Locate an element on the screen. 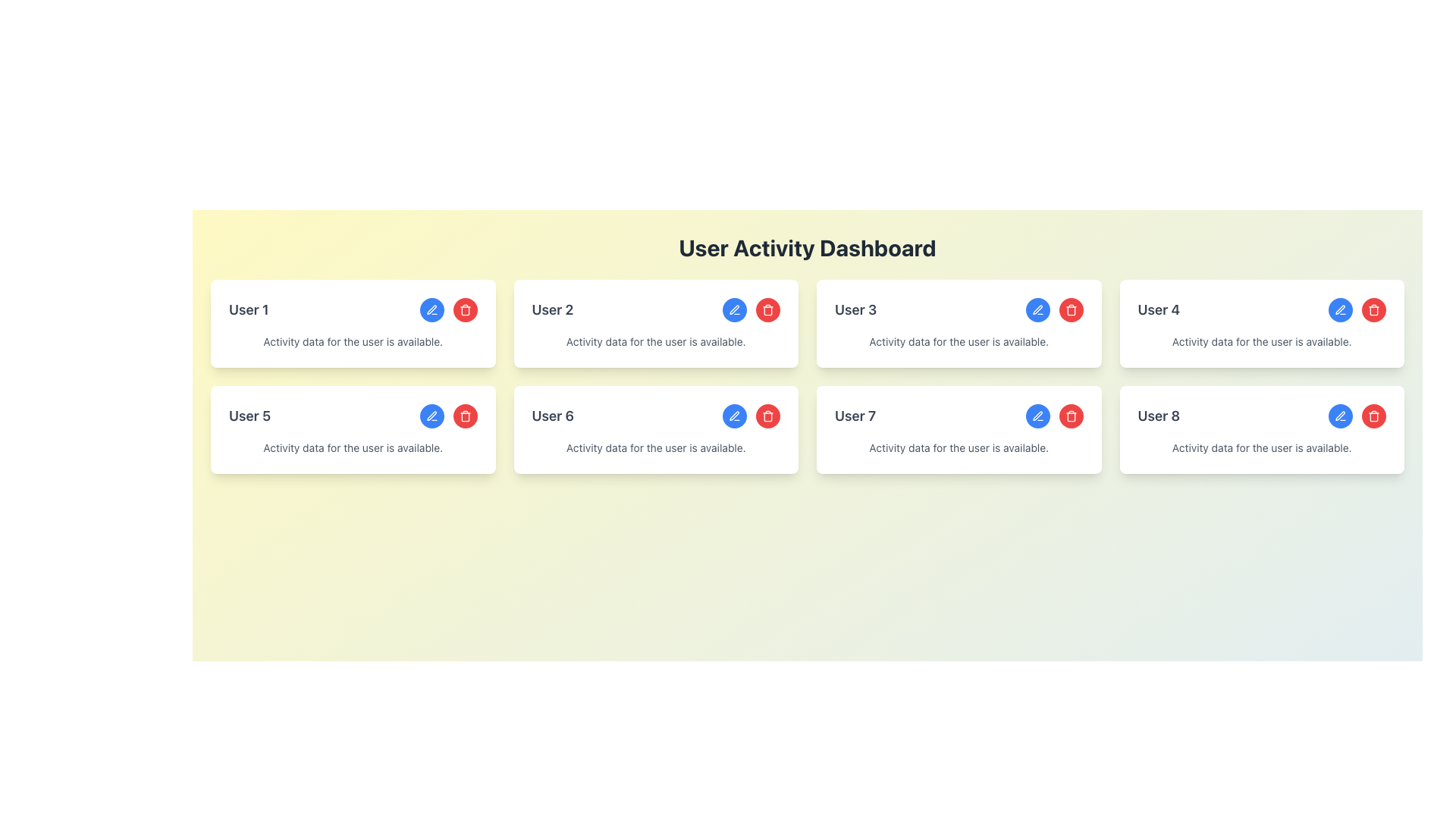  the static informational text located within the card for 'User 5', positioned in the second row and first column of the grid layout is located at coordinates (352, 447).